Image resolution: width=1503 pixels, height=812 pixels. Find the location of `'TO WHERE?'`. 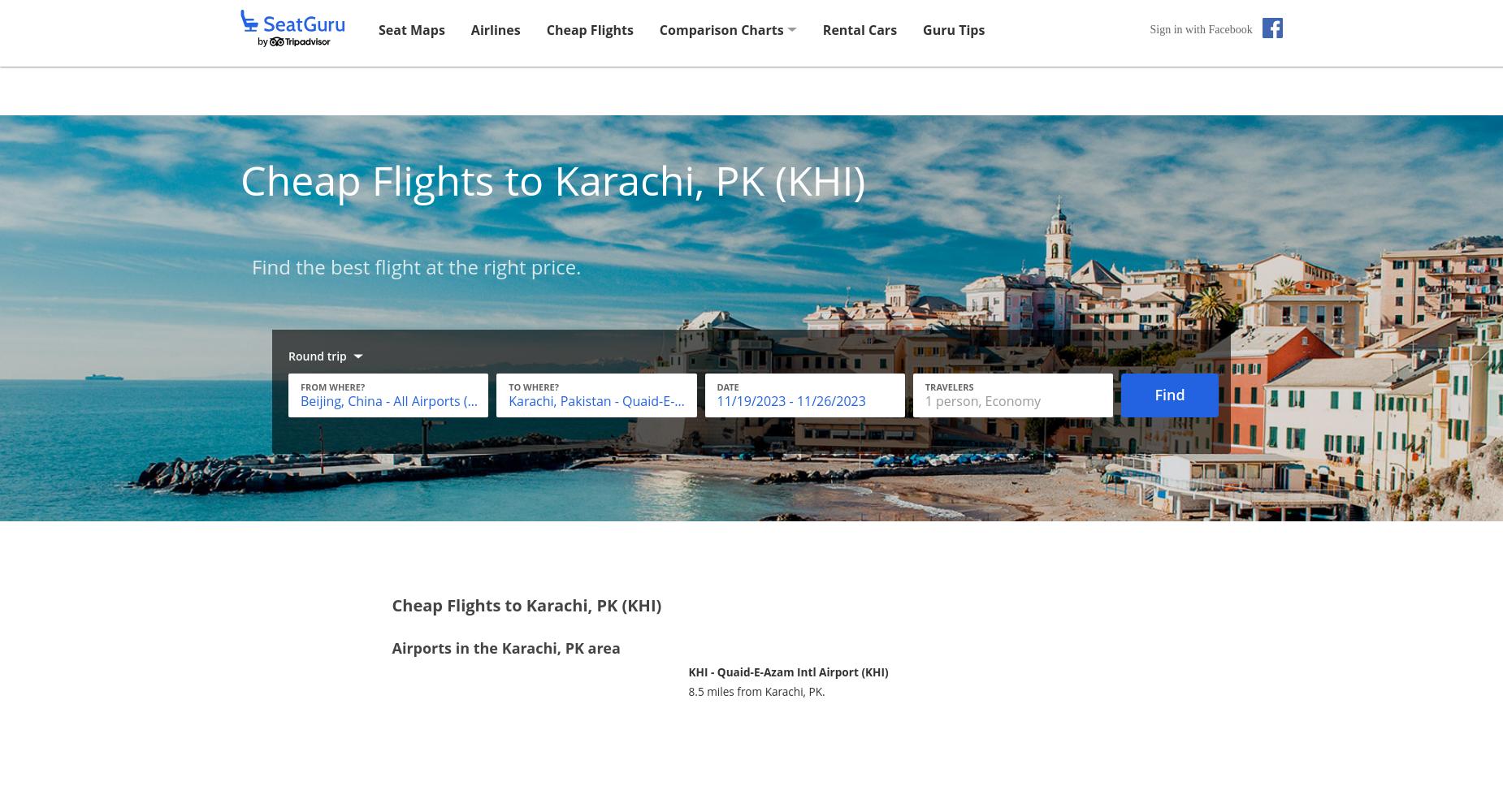

'TO WHERE?' is located at coordinates (509, 386).